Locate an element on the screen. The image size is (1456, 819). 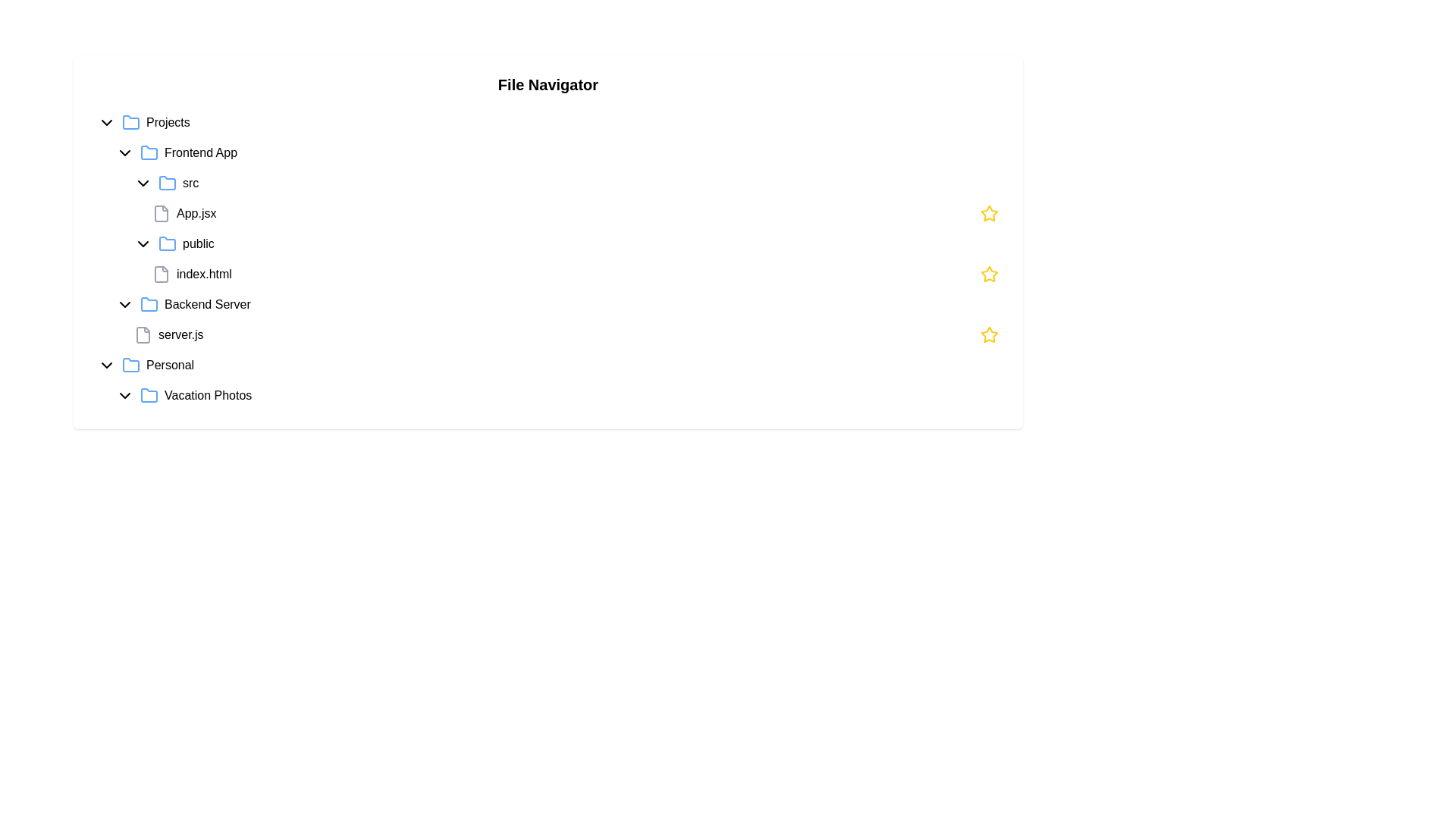
the light blue folder icon located next to the text 'Projects' to interact with it is located at coordinates (130, 122).